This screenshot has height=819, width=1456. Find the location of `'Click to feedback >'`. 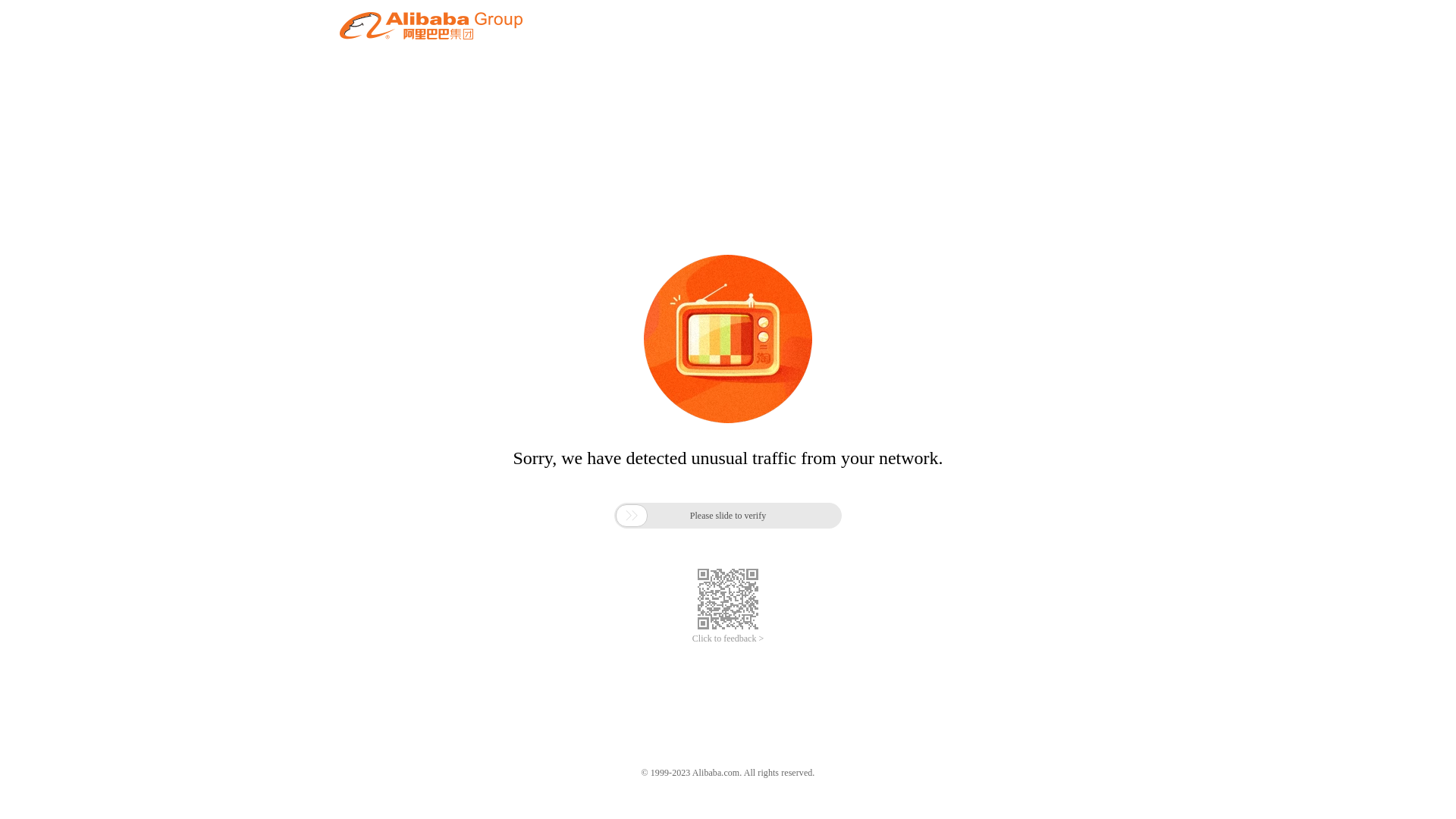

'Click to feedback >' is located at coordinates (728, 639).